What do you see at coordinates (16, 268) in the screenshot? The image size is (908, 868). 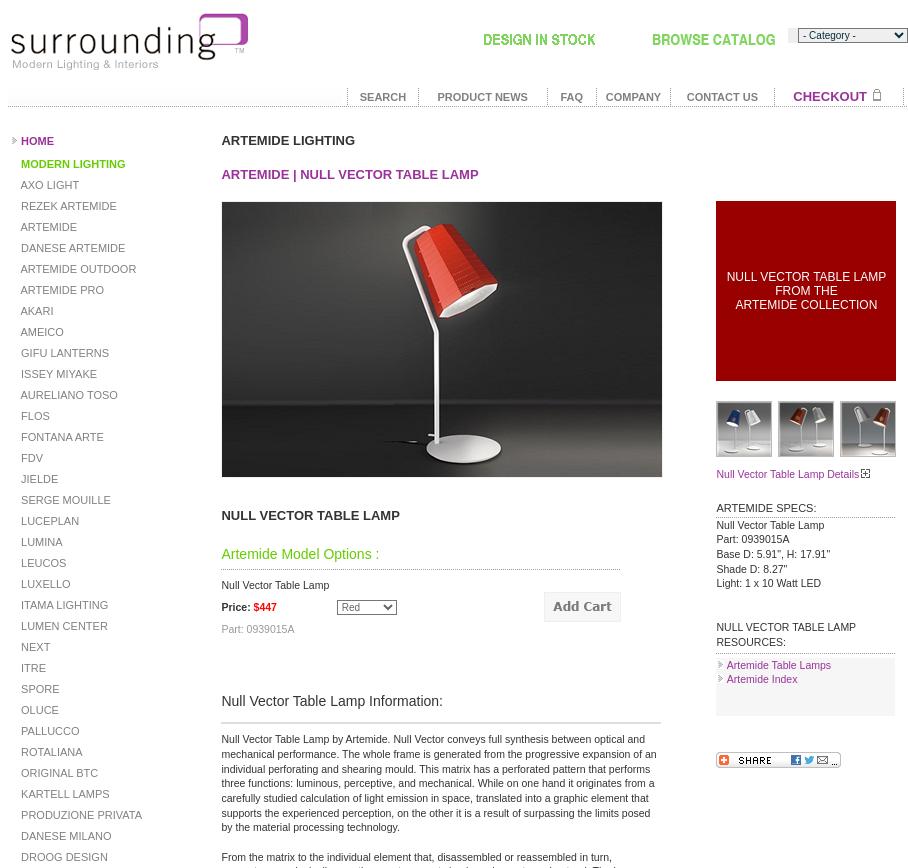 I see `'ARTEMIDE OUTDOOR'` at bounding box center [16, 268].